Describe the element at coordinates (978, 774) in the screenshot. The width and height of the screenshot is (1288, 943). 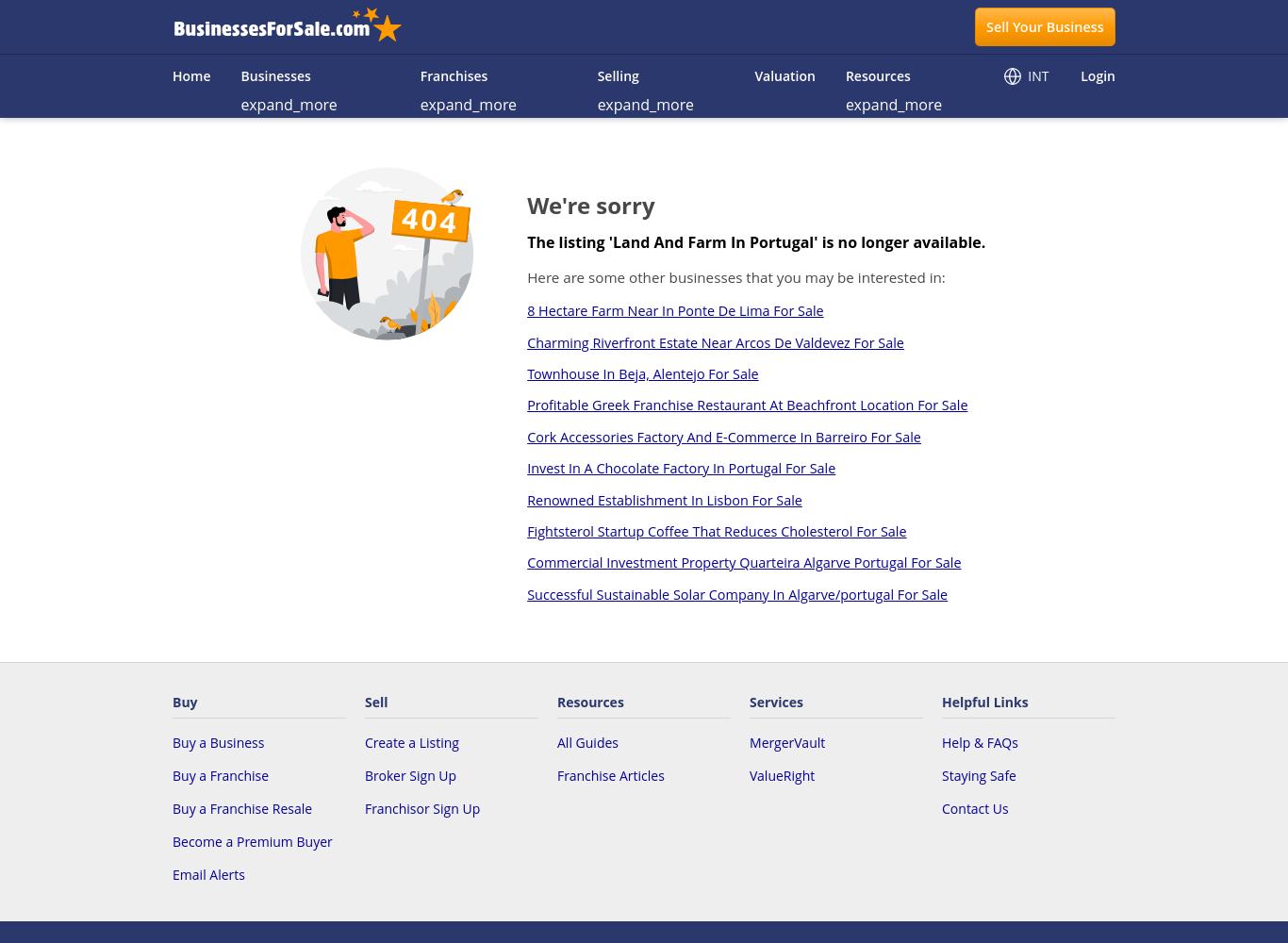
I see `'Staying Safe'` at that location.